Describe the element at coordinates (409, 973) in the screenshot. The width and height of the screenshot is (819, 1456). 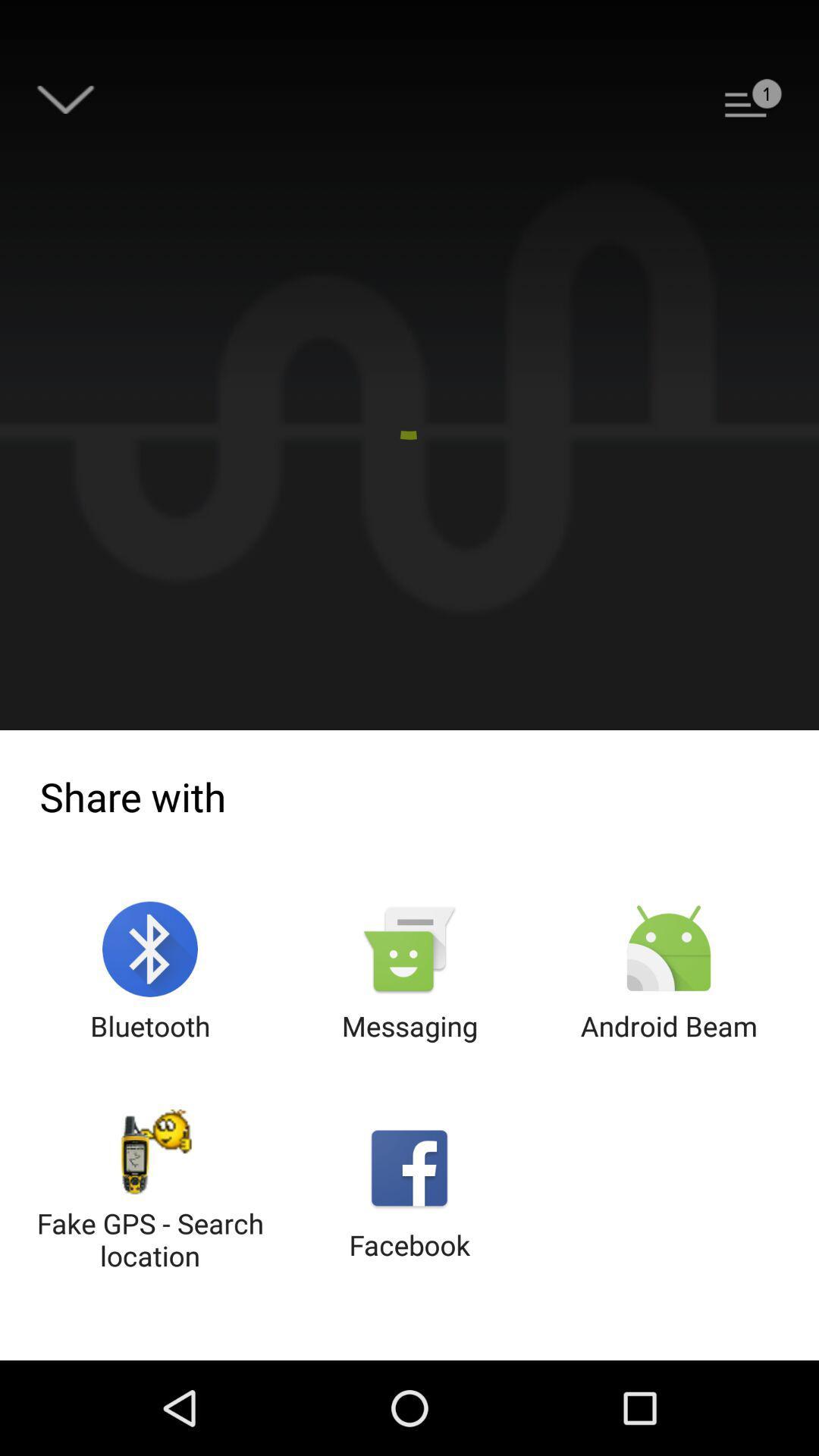
I see `the icon next to bluetooth item` at that location.